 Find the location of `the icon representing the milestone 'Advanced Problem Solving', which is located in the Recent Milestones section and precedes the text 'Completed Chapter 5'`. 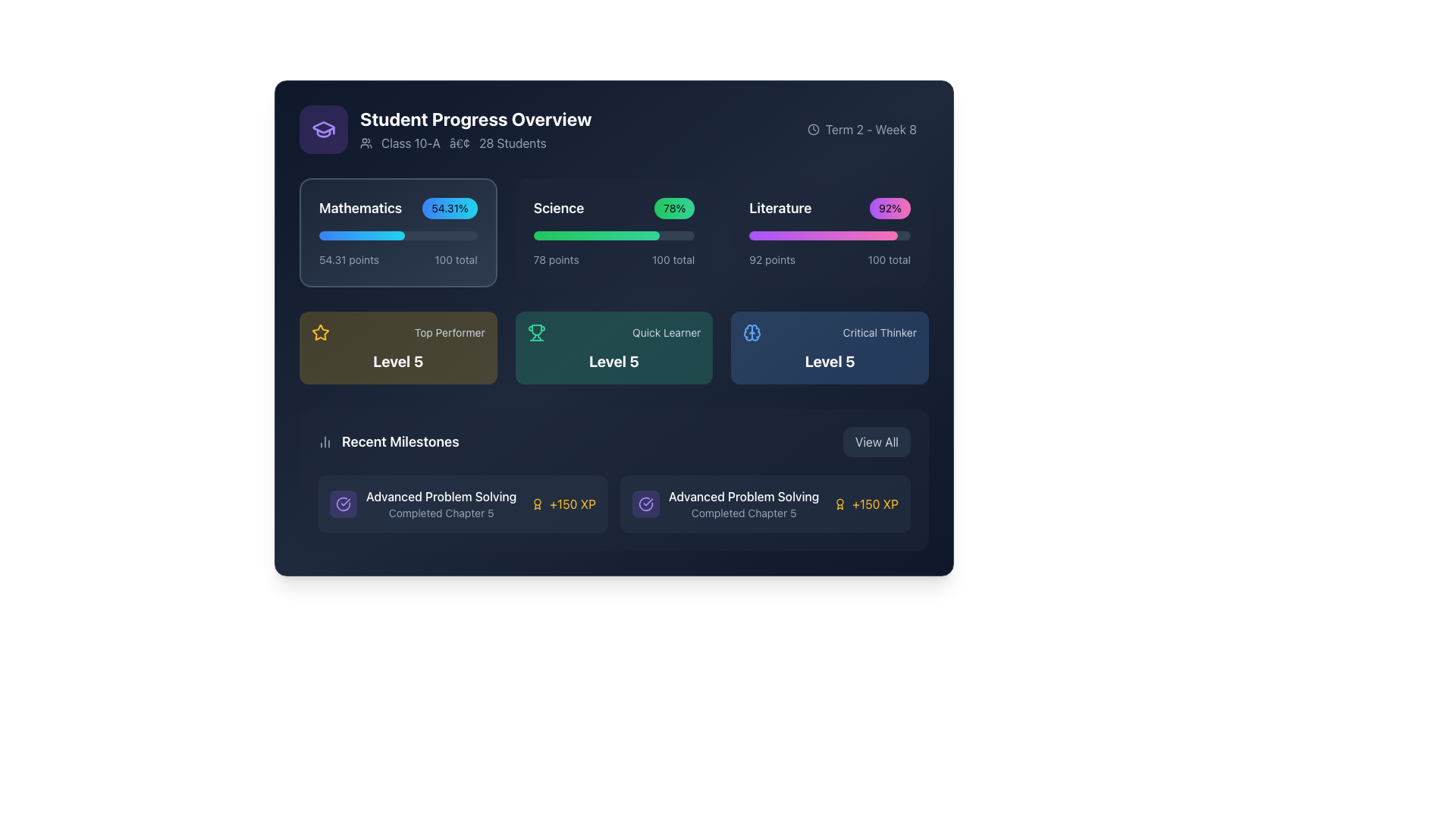

the icon representing the milestone 'Advanced Problem Solving', which is located in the Recent Milestones section and precedes the text 'Completed Chapter 5' is located at coordinates (342, 504).